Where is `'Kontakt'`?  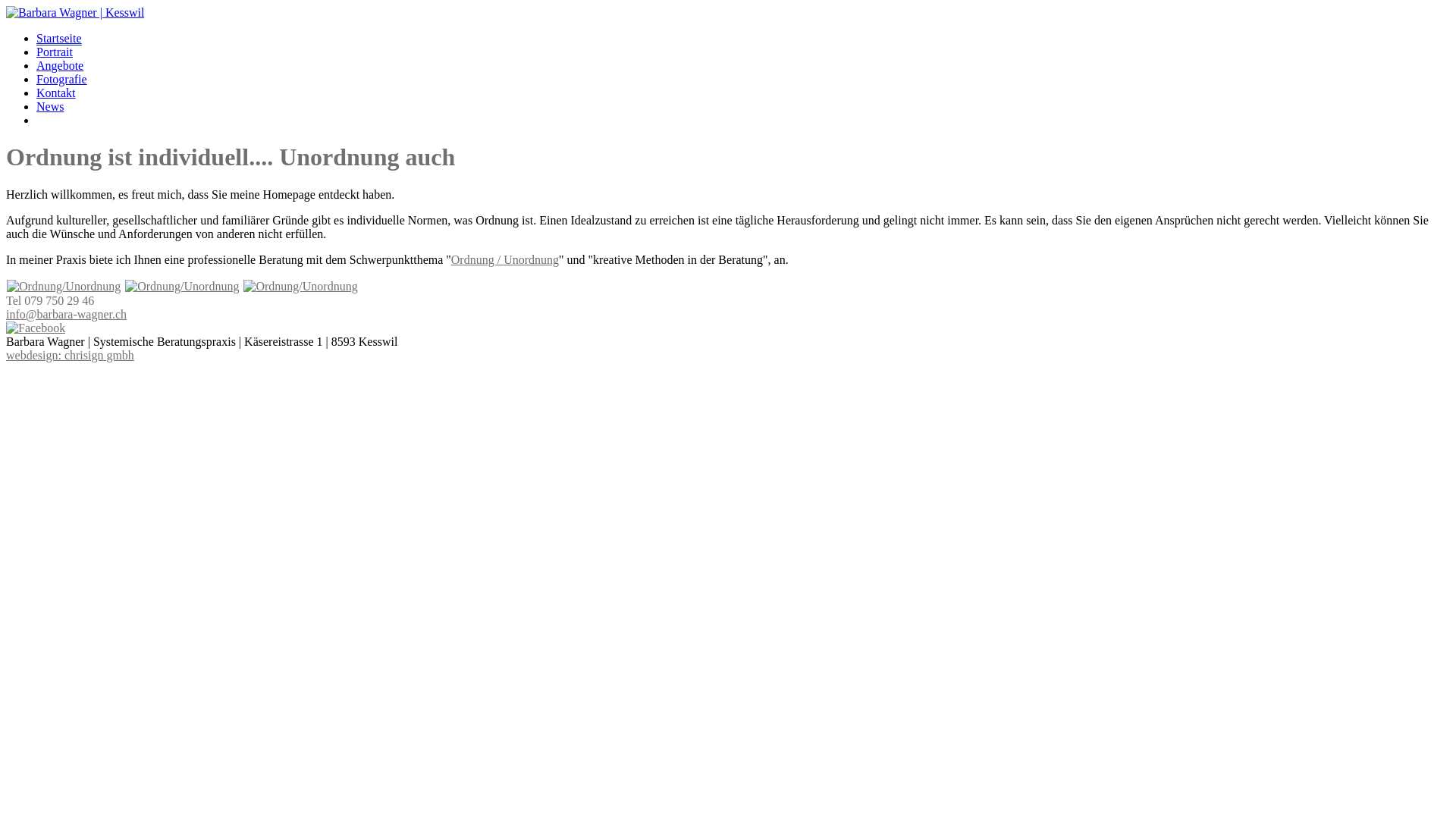 'Kontakt' is located at coordinates (55, 93).